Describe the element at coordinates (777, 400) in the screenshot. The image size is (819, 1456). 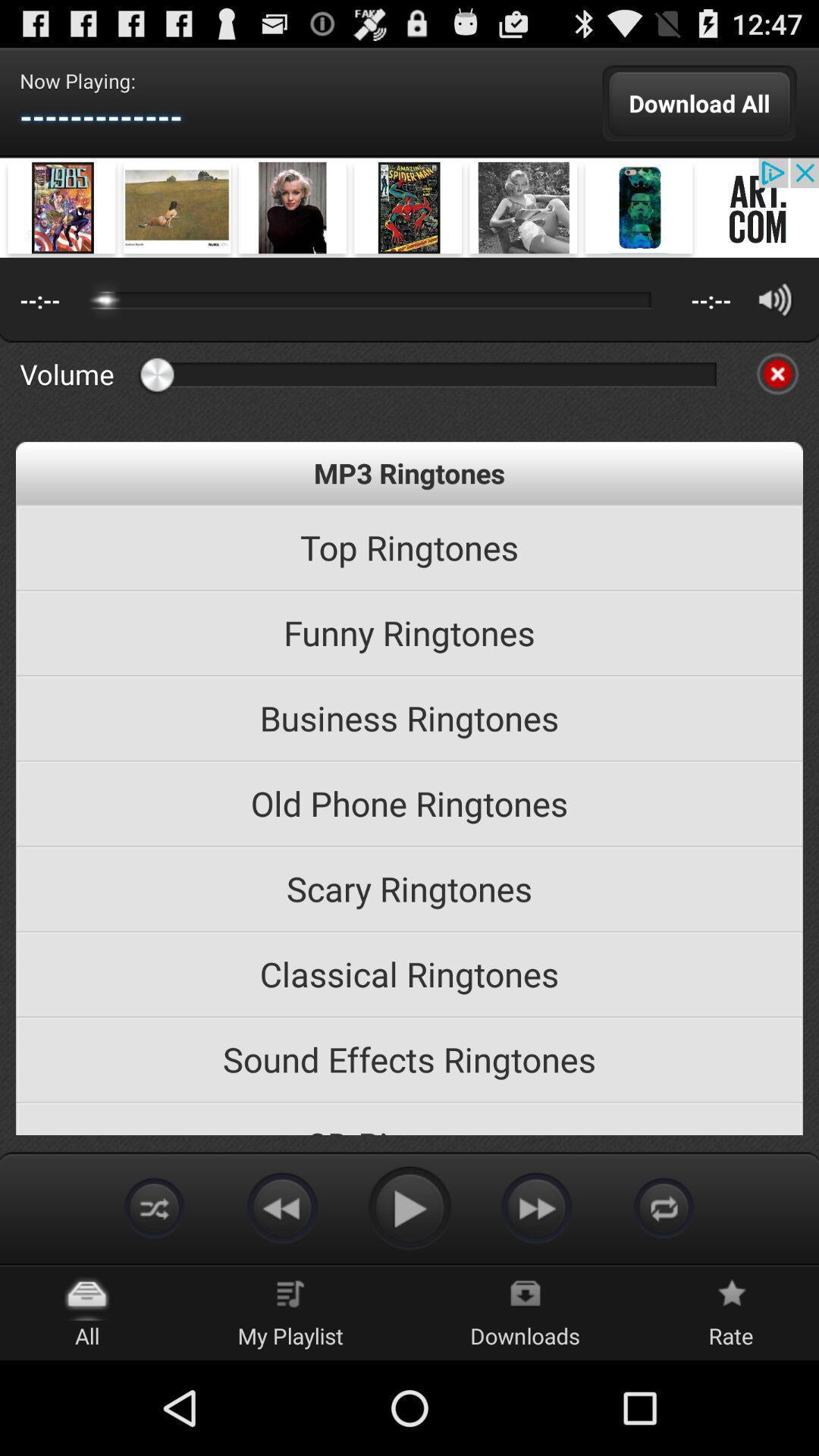
I see `the close icon` at that location.